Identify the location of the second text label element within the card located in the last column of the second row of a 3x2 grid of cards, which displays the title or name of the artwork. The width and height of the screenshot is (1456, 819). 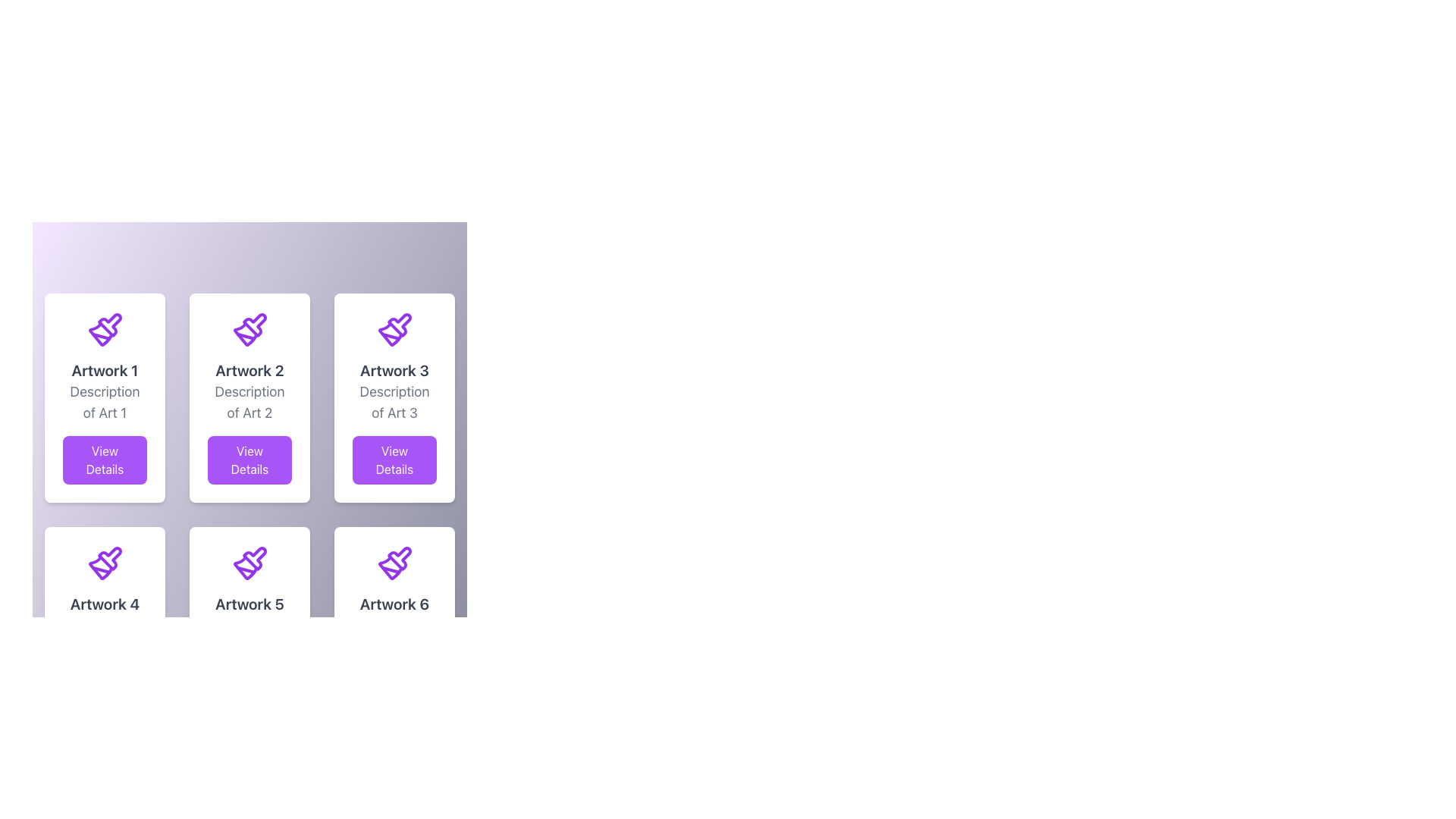
(394, 604).